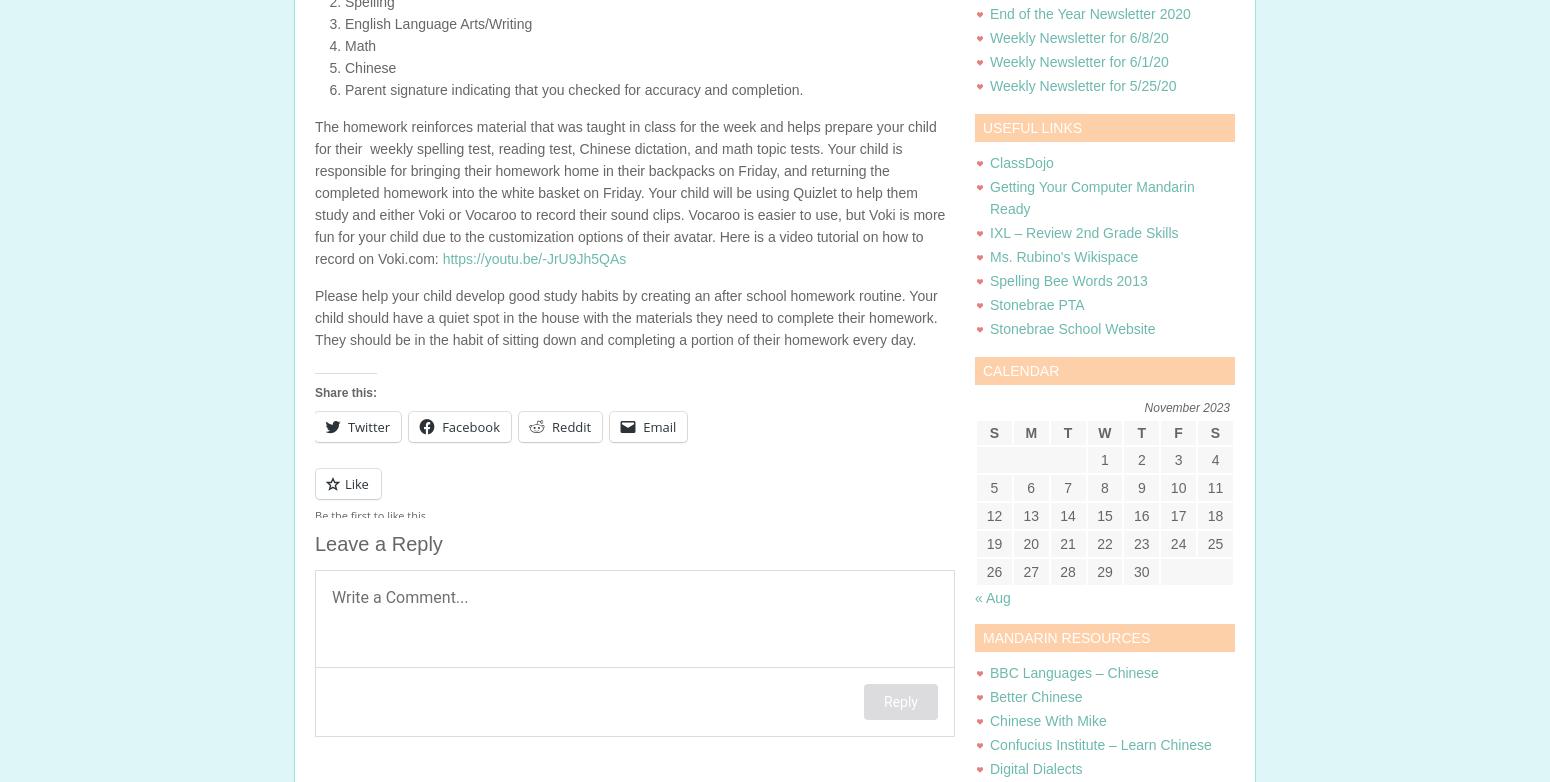 This screenshot has width=1550, height=782. Describe the element at coordinates (1140, 515) in the screenshot. I see `'16'` at that location.